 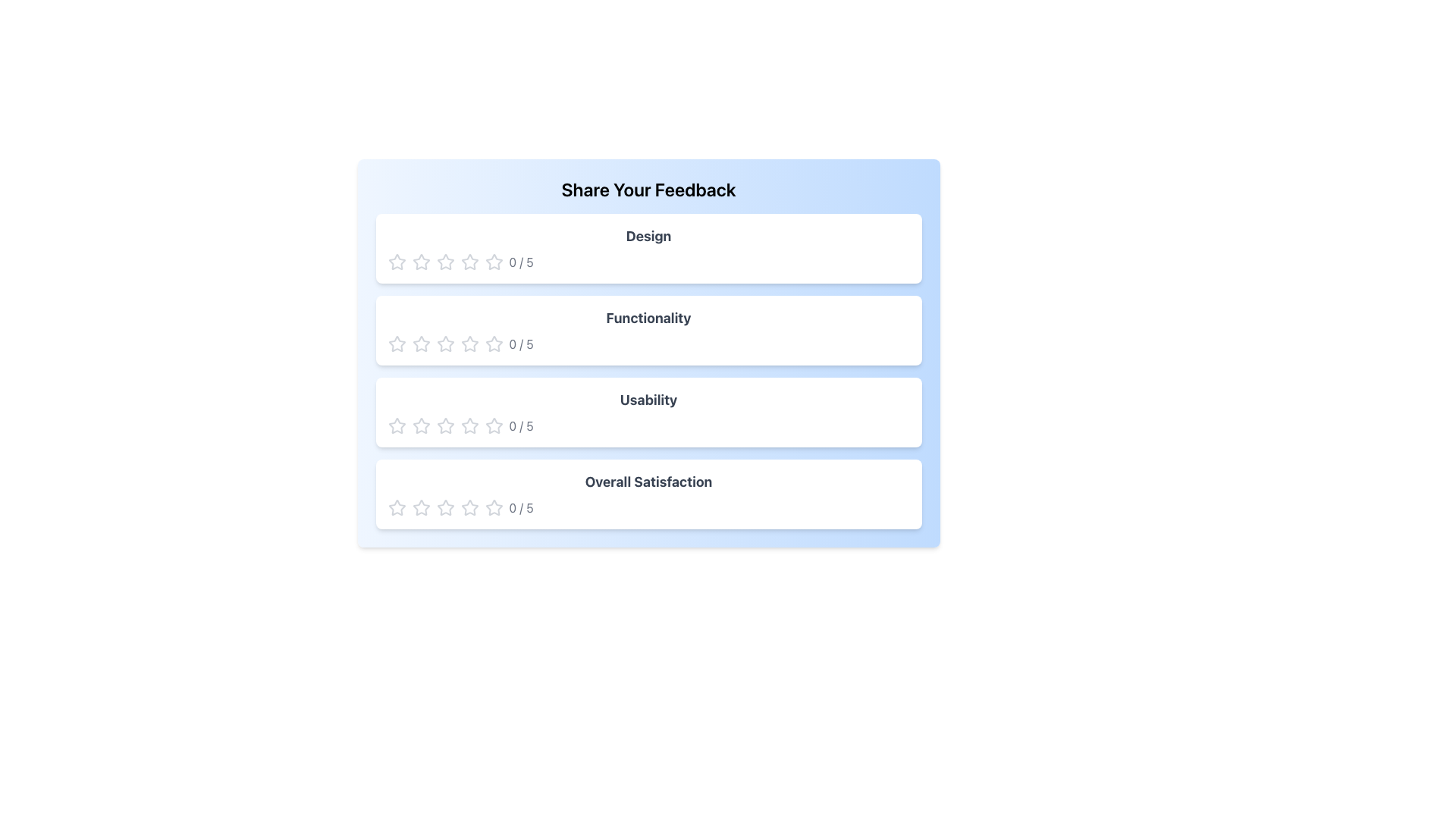 I want to click on the second star-shaped icon in the rating system for 'Functionality', which is styled as a hollow outline in light gray, so click(x=444, y=344).